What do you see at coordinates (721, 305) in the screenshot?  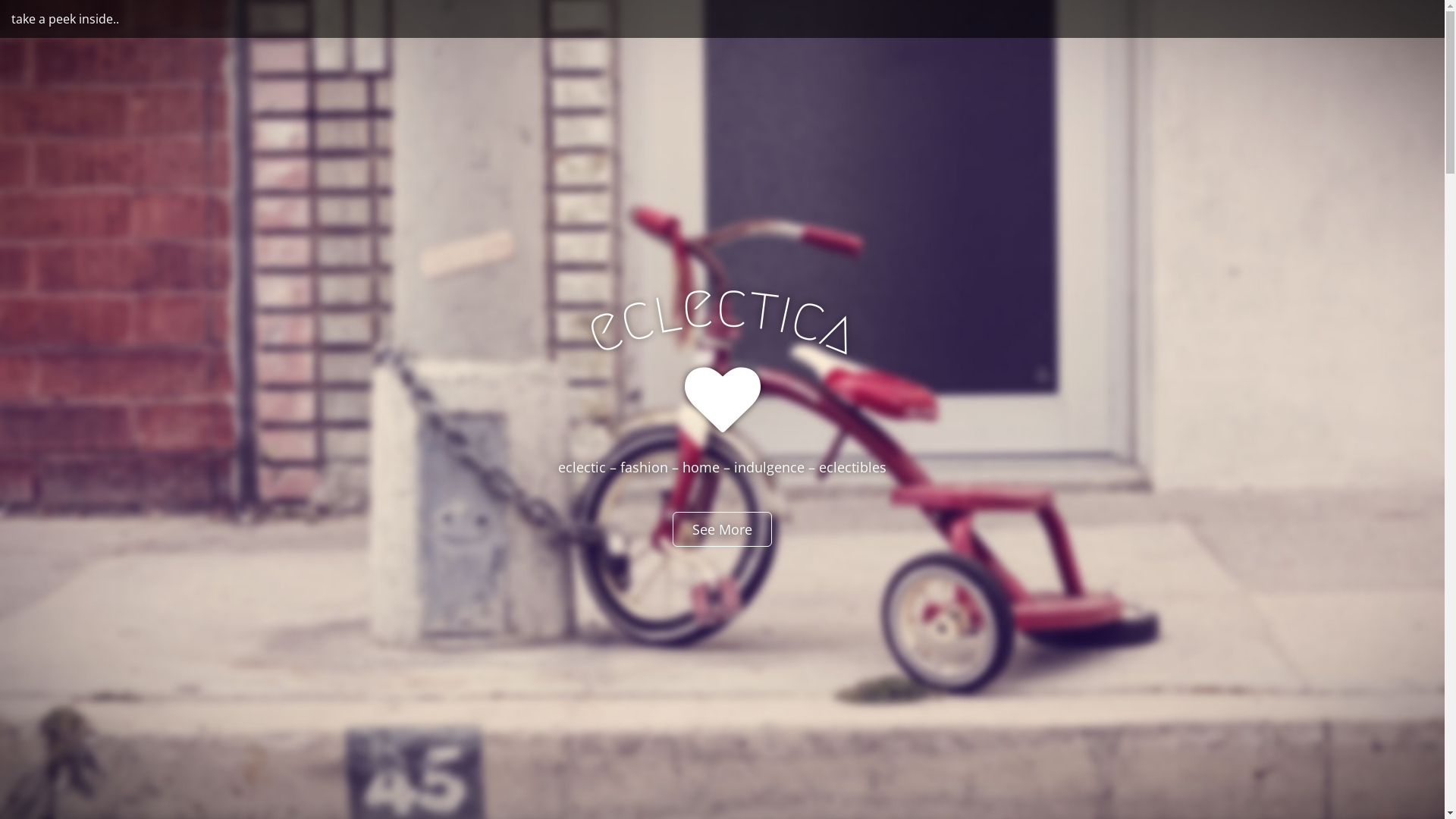 I see `'eclectica'` at bounding box center [721, 305].